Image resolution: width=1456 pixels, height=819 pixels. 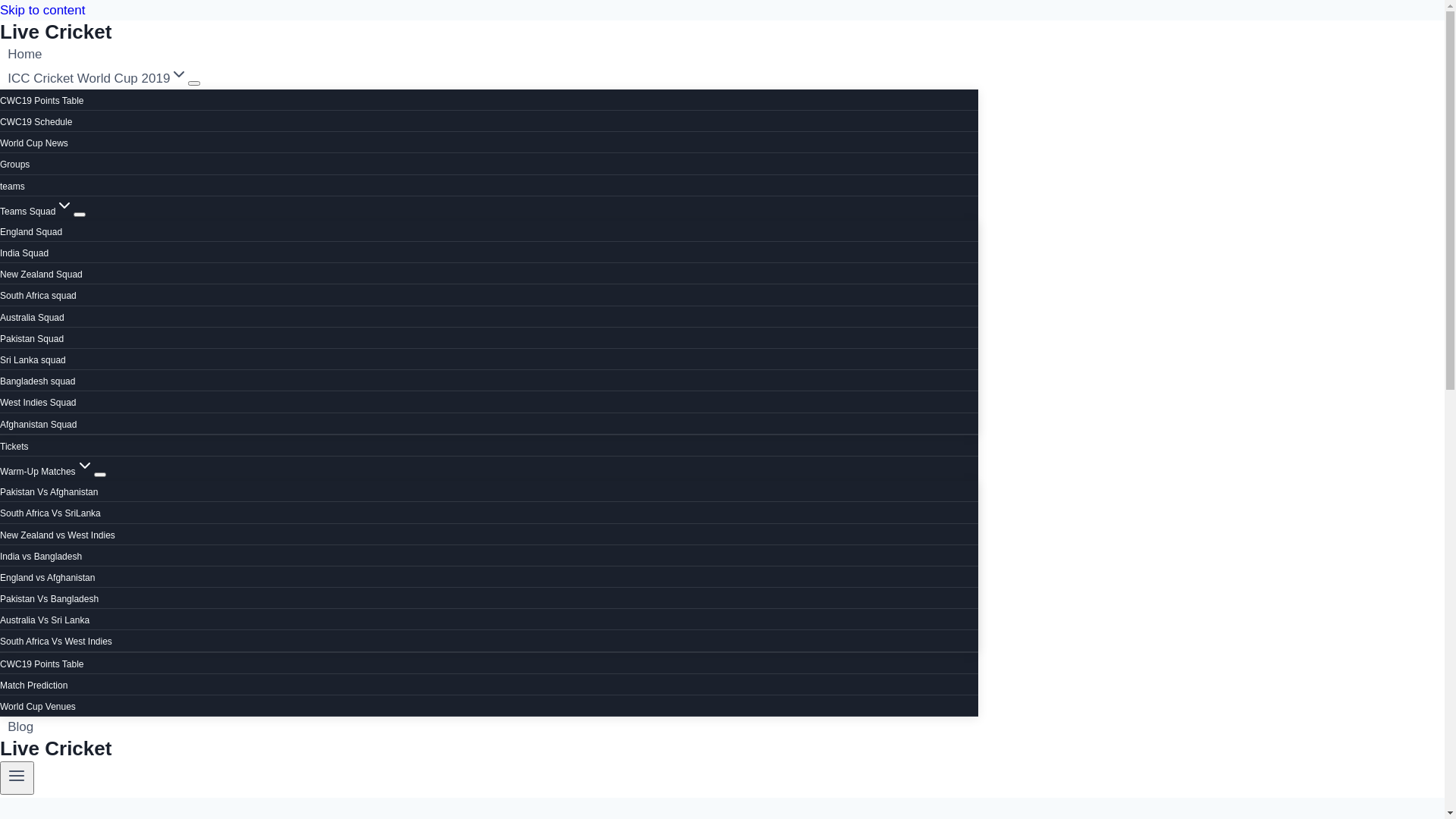 I want to click on 'Bangladesh squad', so click(x=37, y=380).